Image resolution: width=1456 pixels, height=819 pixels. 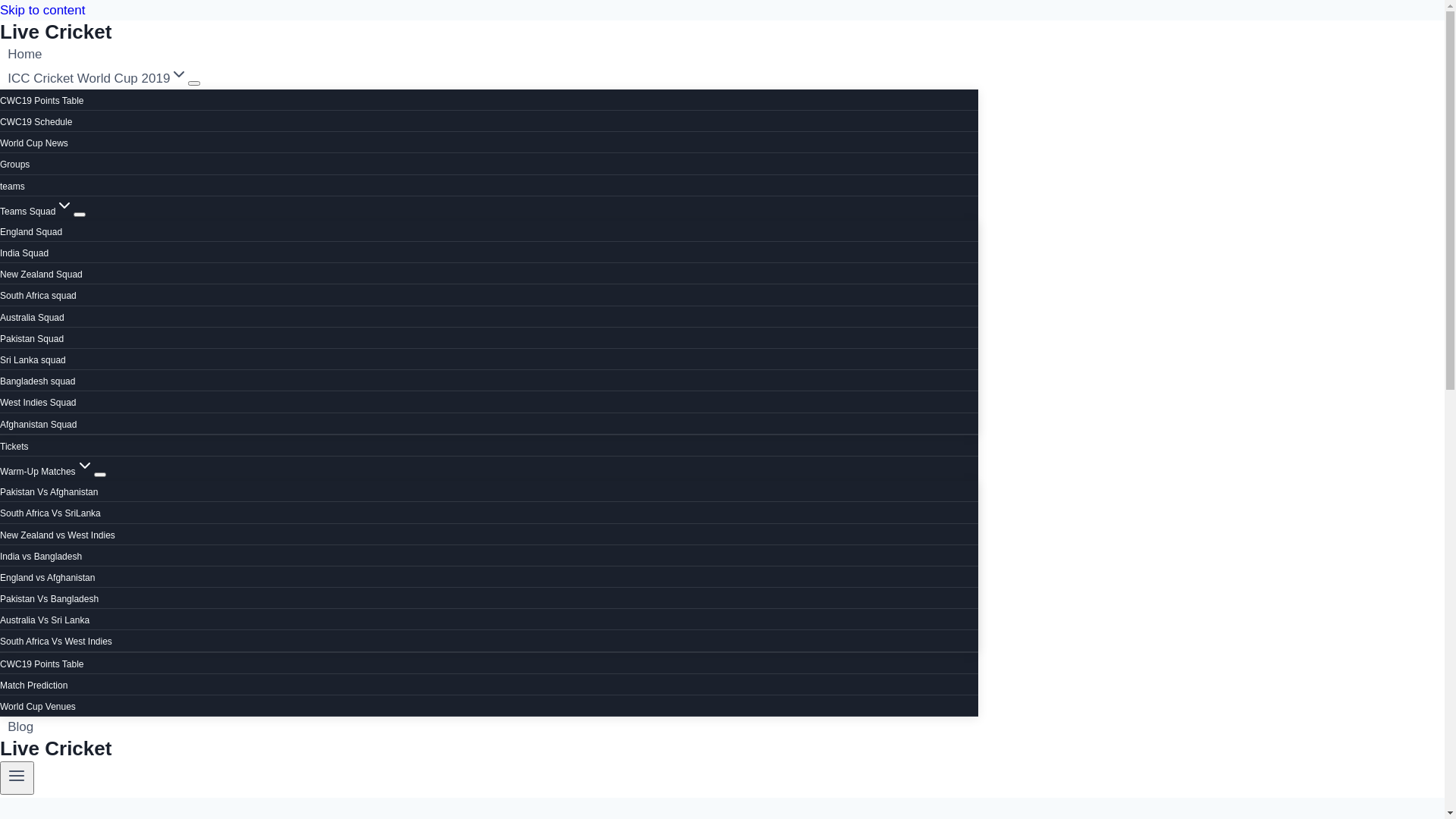 I want to click on 'Bangladesh squad', so click(x=37, y=380).